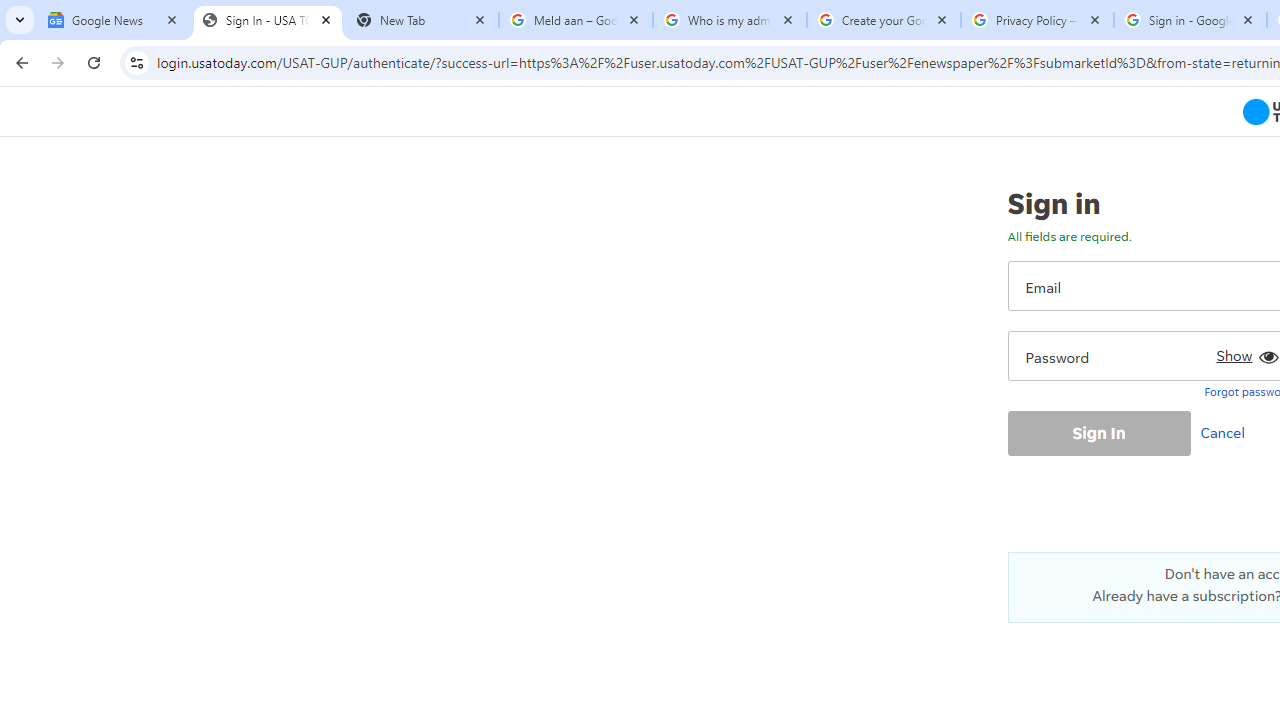  What do you see at coordinates (58, 61) in the screenshot?
I see `'Forward'` at bounding box center [58, 61].